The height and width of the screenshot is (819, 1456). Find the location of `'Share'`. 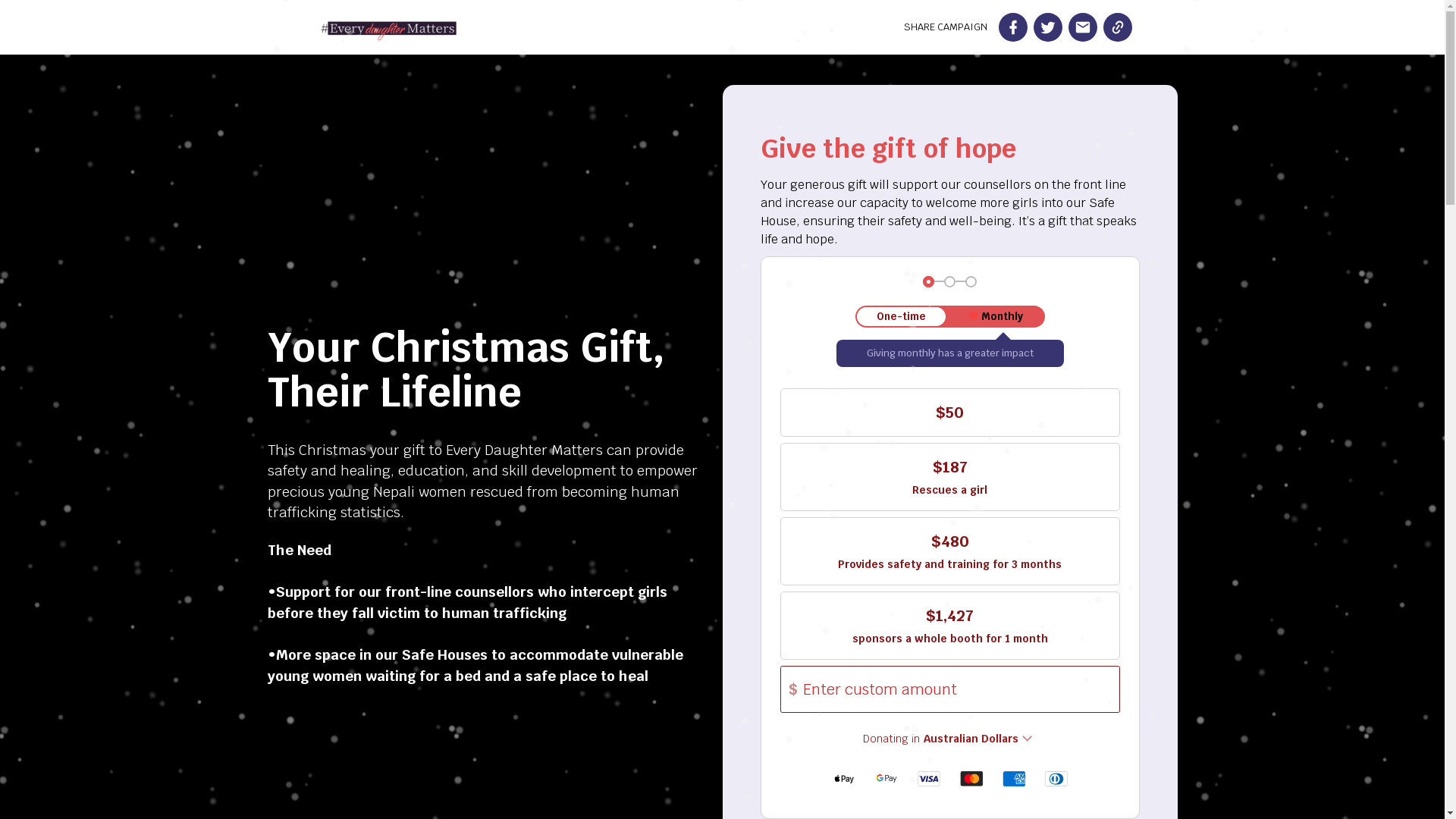

'Share' is located at coordinates (1012, 27).